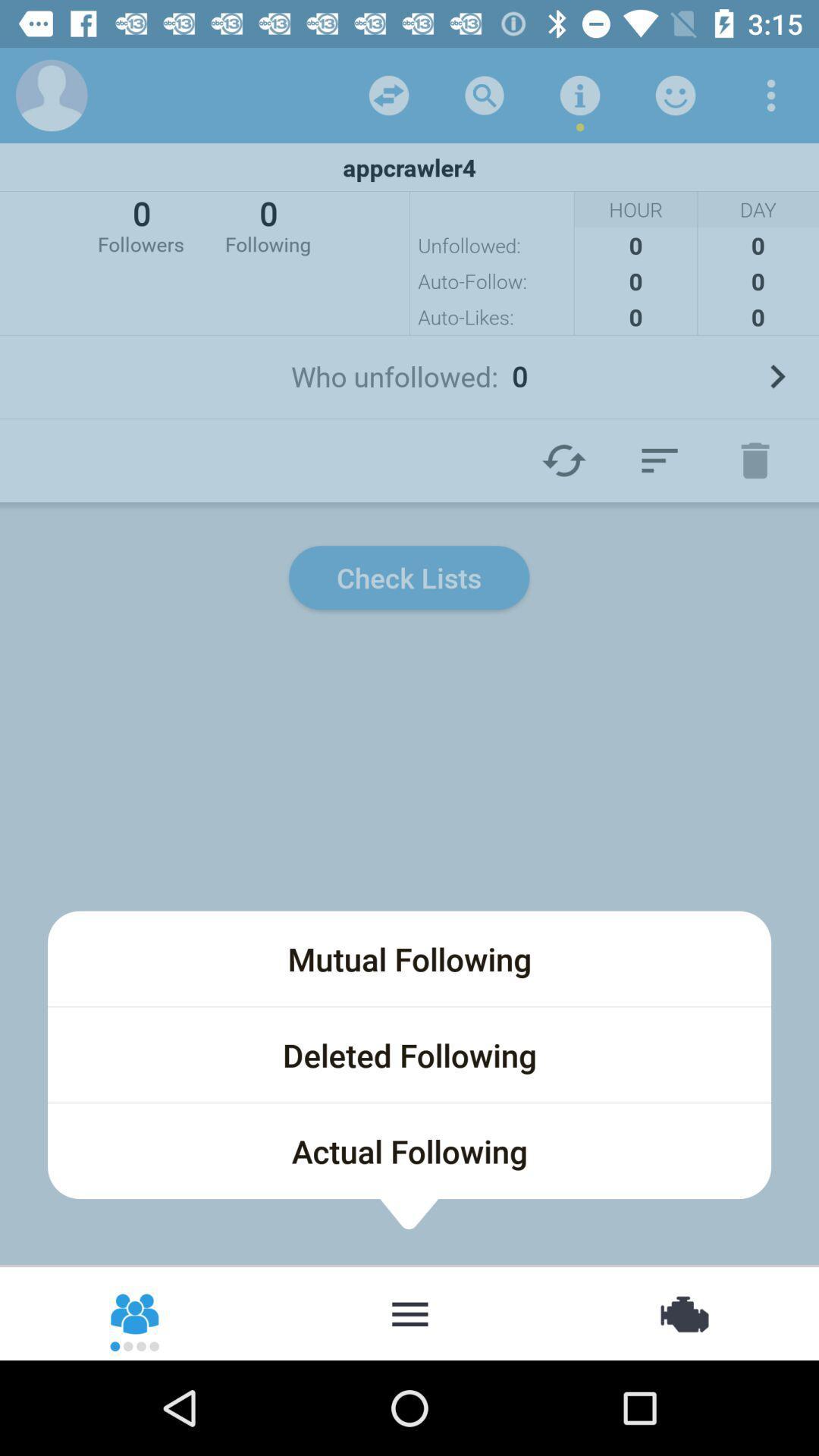 This screenshot has height=1456, width=819. Describe the element at coordinates (51, 94) in the screenshot. I see `profile` at that location.